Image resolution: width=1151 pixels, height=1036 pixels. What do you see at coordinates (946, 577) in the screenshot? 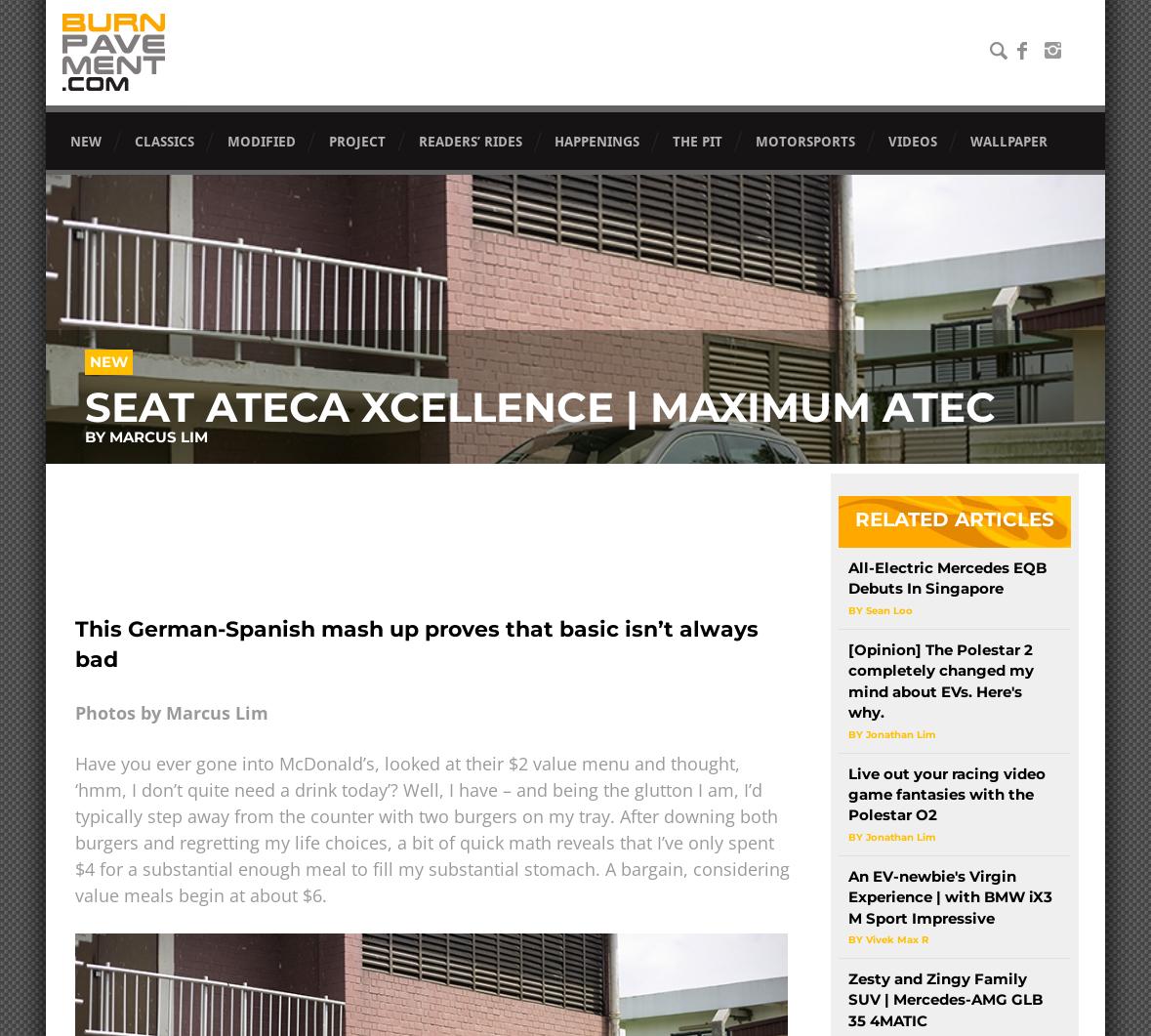
I see `'All-Electric Mercedes EQB Debuts In Singapore'` at bounding box center [946, 577].